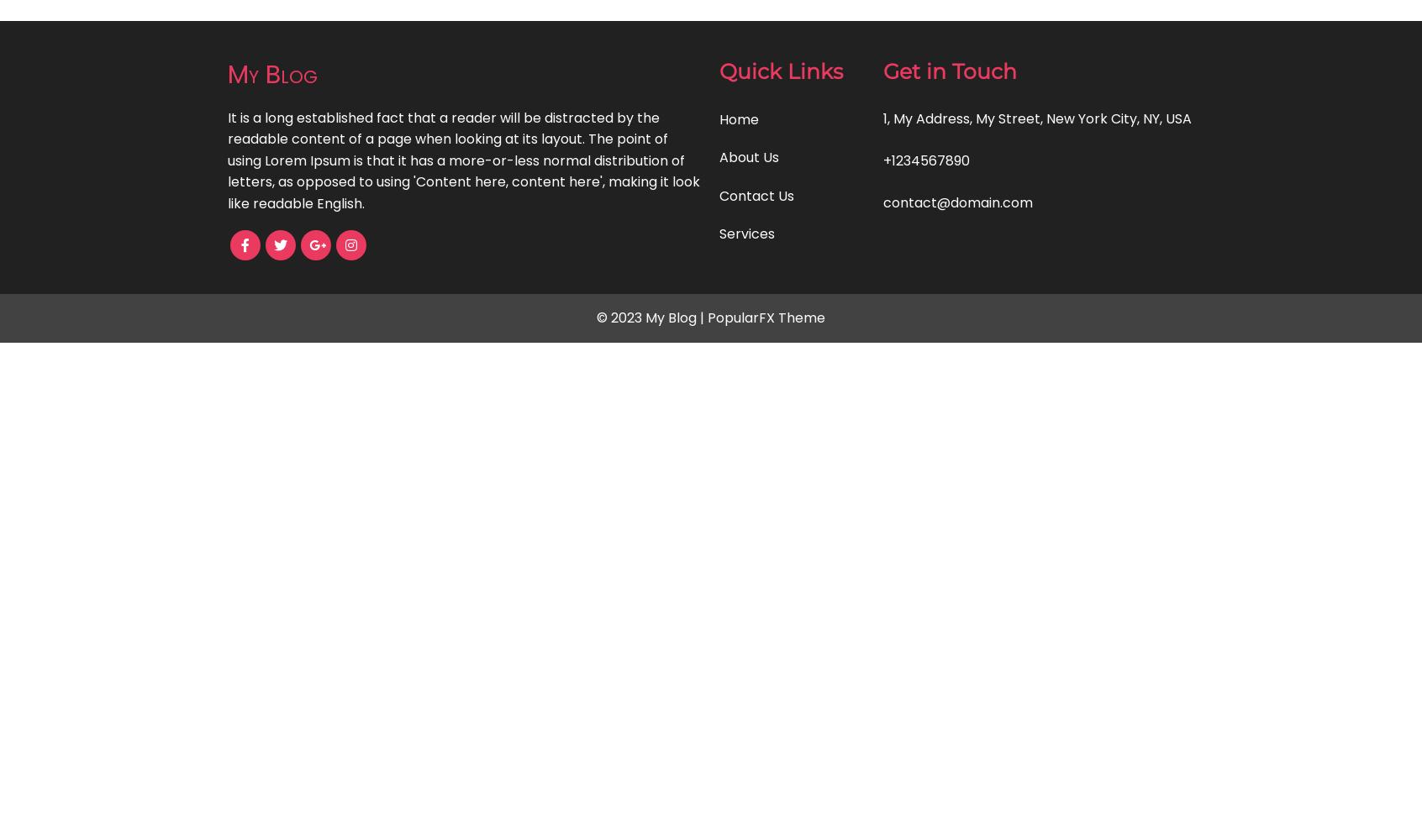  What do you see at coordinates (957, 202) in the screenshot?
I see `'contact@domain.com'` at bounding box center [957, 202].